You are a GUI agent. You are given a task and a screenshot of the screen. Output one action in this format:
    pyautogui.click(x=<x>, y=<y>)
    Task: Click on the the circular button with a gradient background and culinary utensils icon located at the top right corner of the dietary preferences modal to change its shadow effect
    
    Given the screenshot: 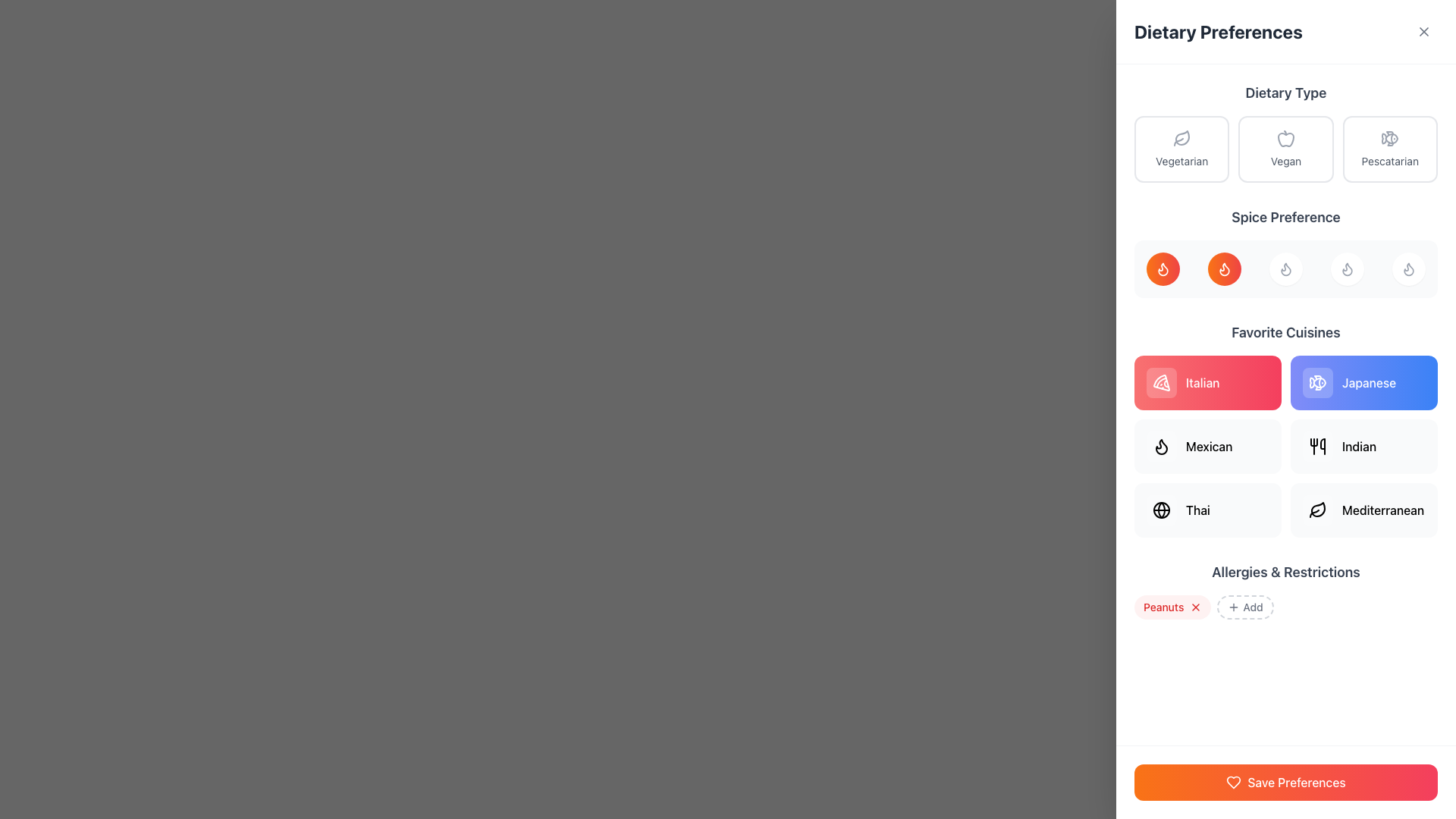 What is the action you would take?
    pyautogui.click(x=1425, y=30)
    